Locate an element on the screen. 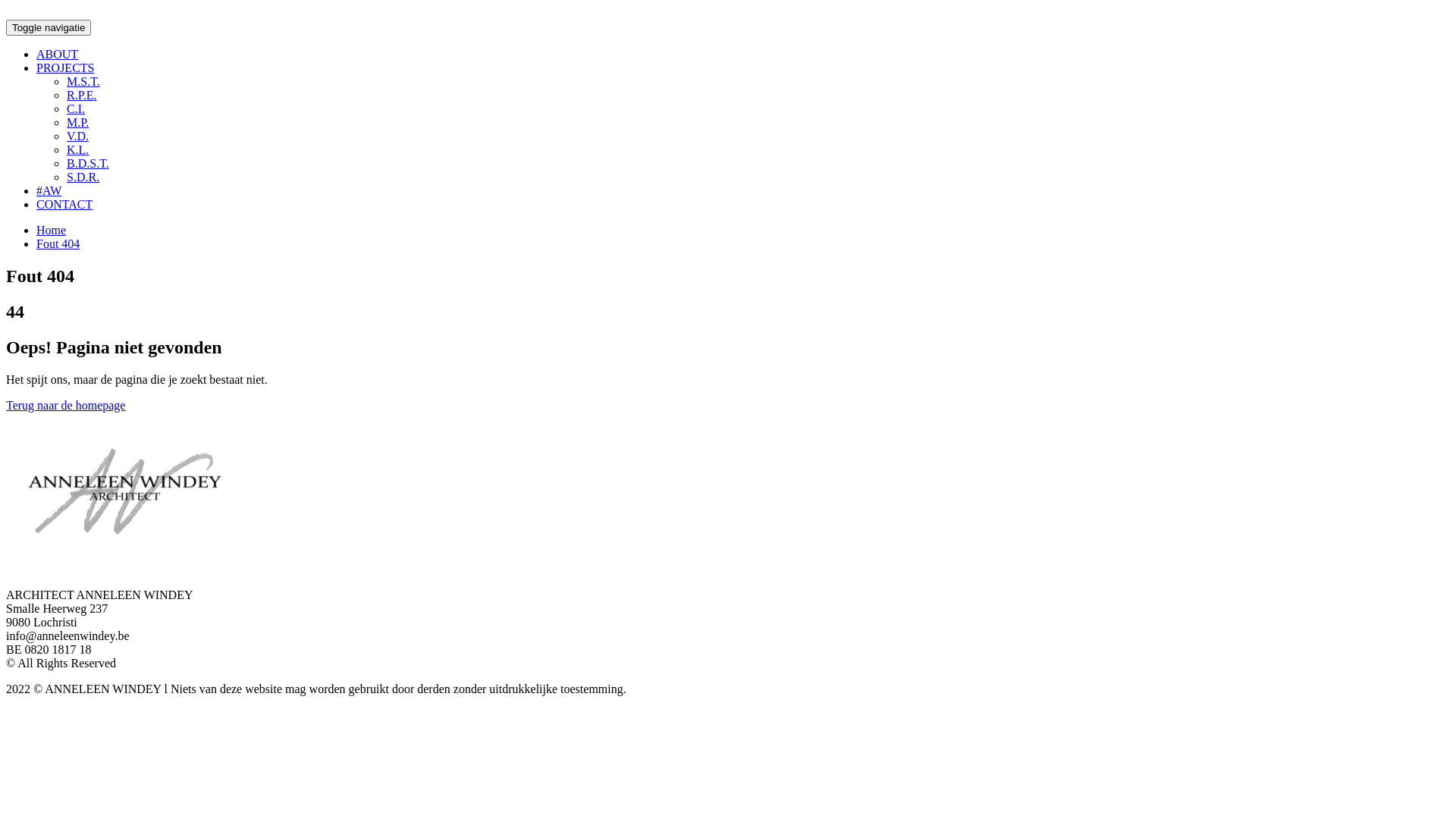 The image size is (1456, 819). 'B.D.S.T.' is located at coordinates (86, 163).